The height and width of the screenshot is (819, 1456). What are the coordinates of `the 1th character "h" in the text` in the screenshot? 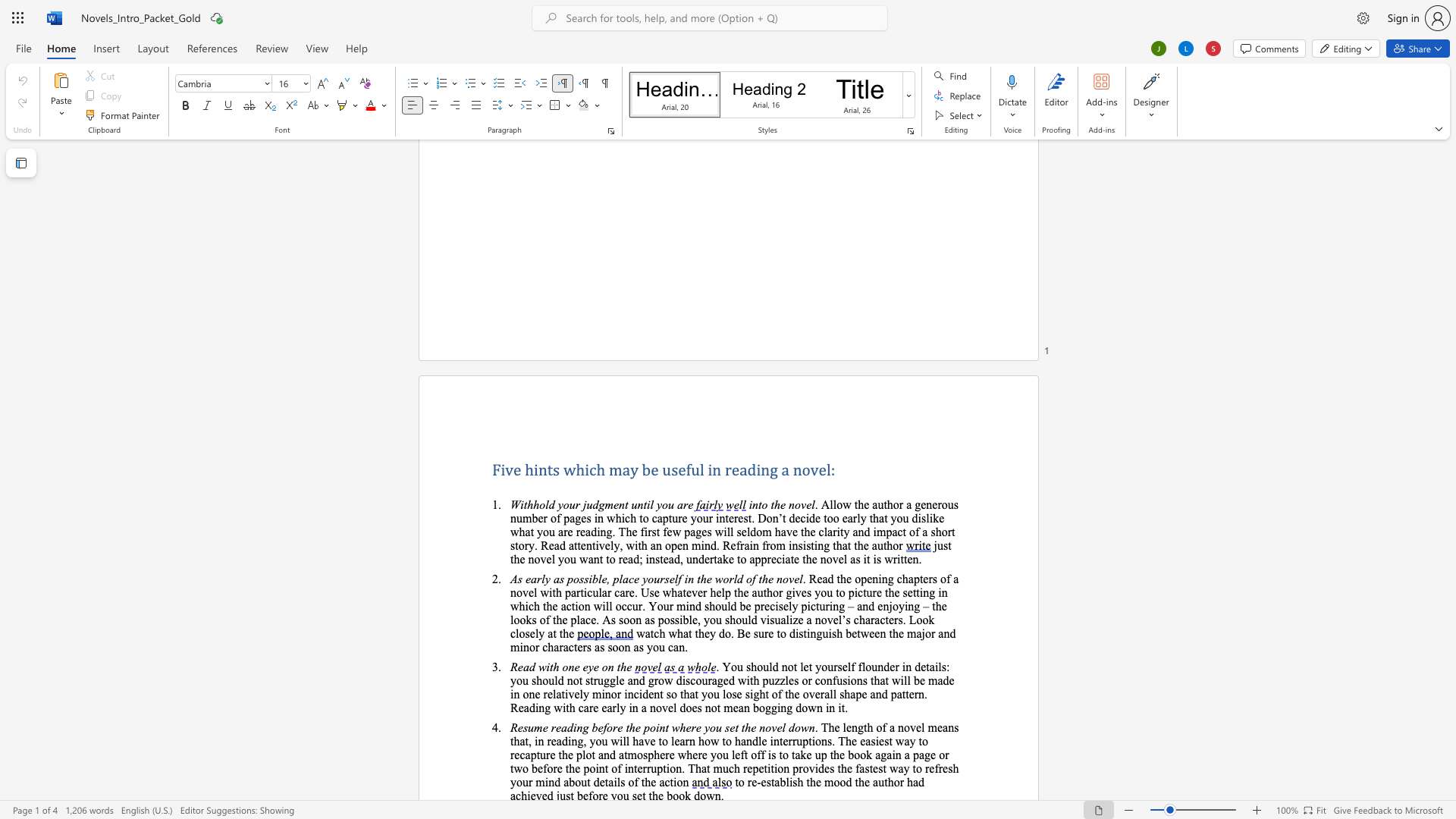 It's located at (530, 504).